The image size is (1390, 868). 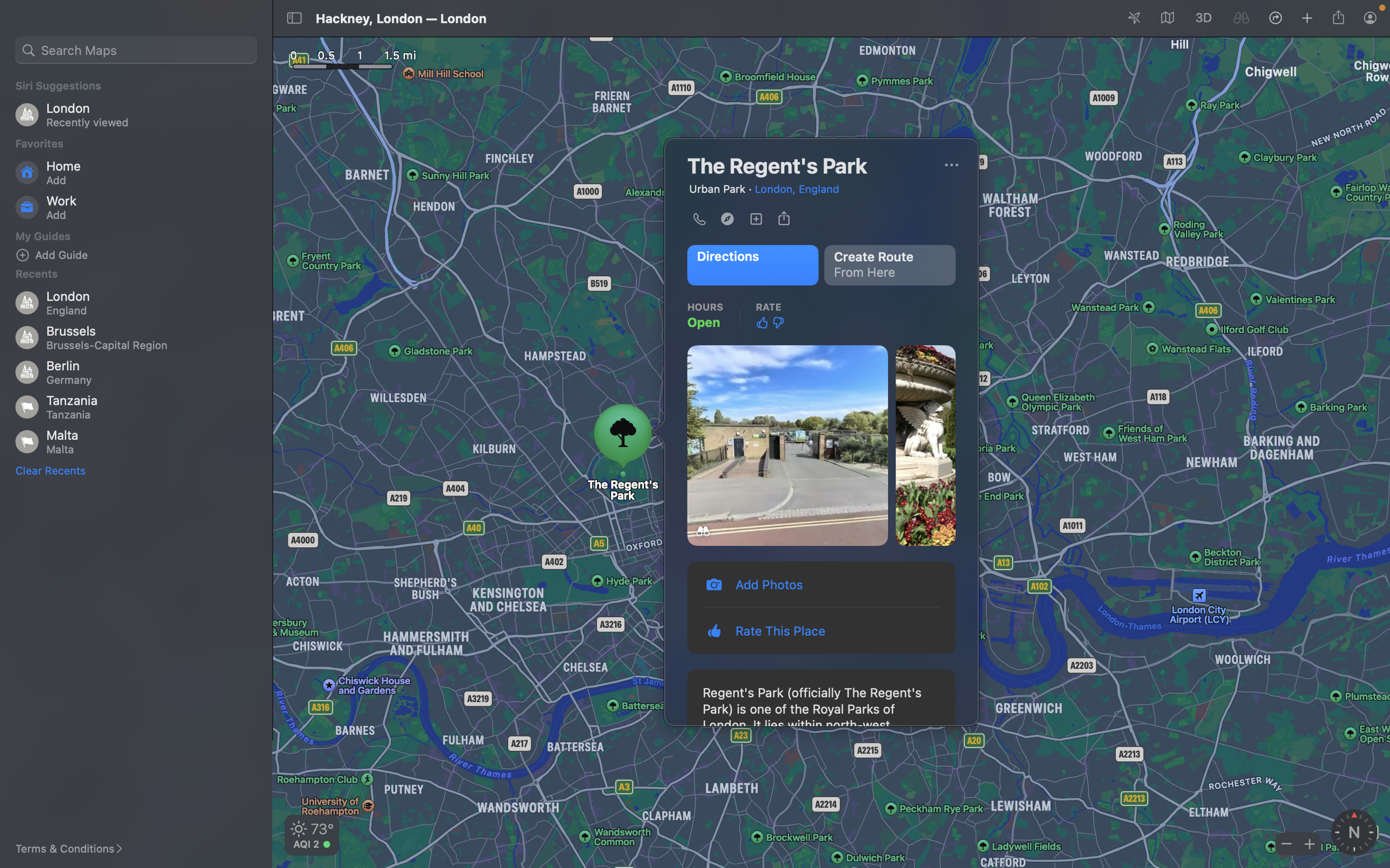 I want to click on Locate the public transit station closest to me, so click(x=751, y=265).